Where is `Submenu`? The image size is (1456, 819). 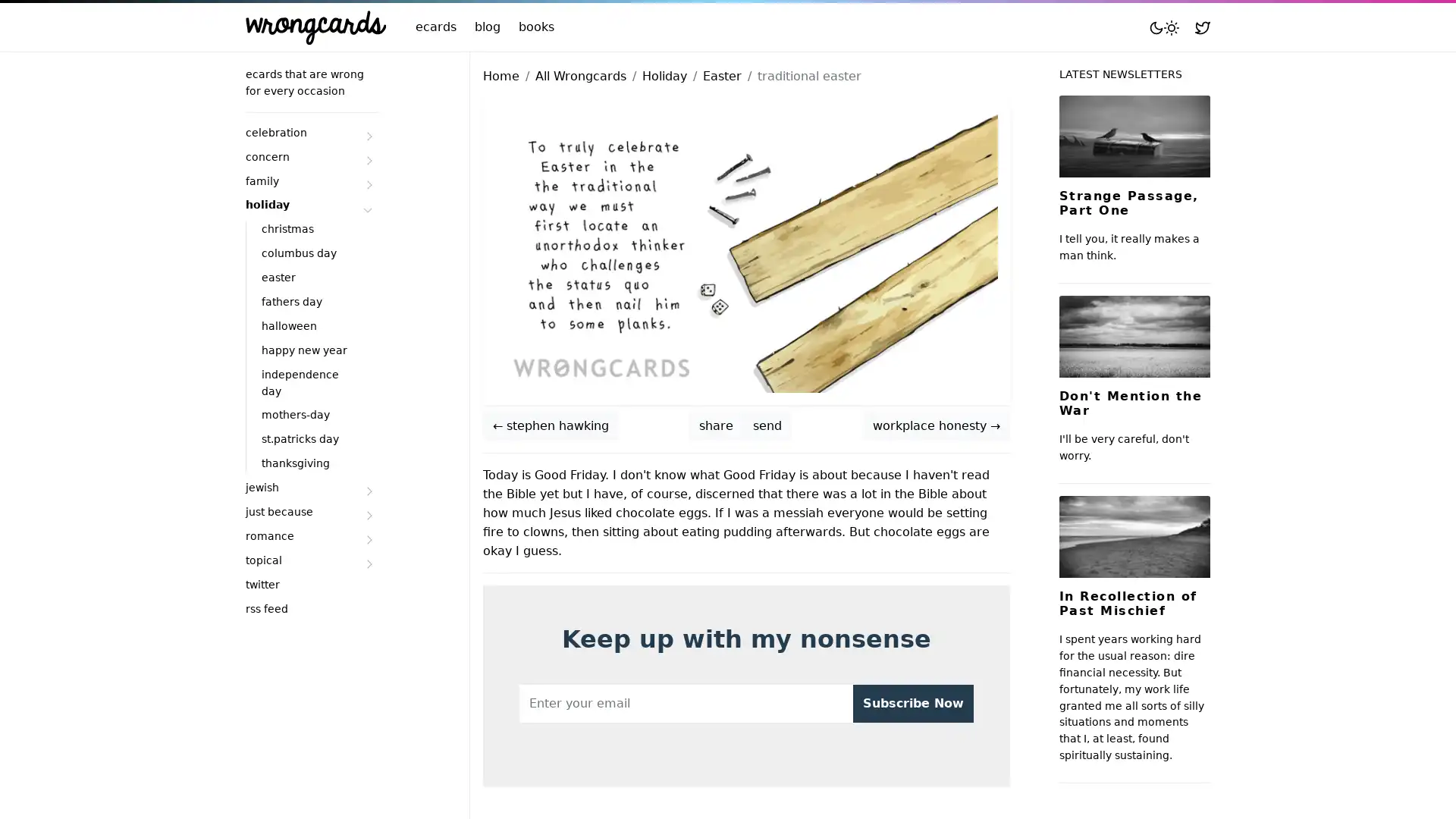 Submenu is located at coordinates (367, 160).